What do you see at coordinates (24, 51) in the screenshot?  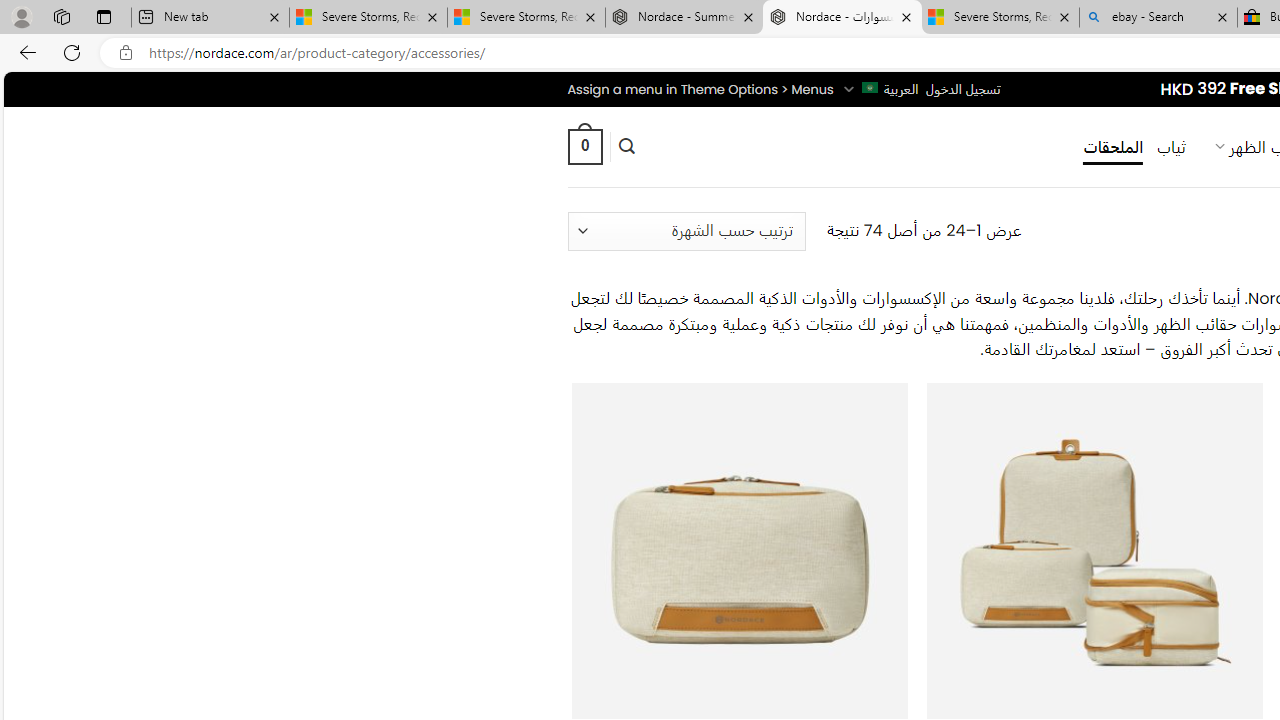 I see `'Back'` at bounding box center [24, 51].